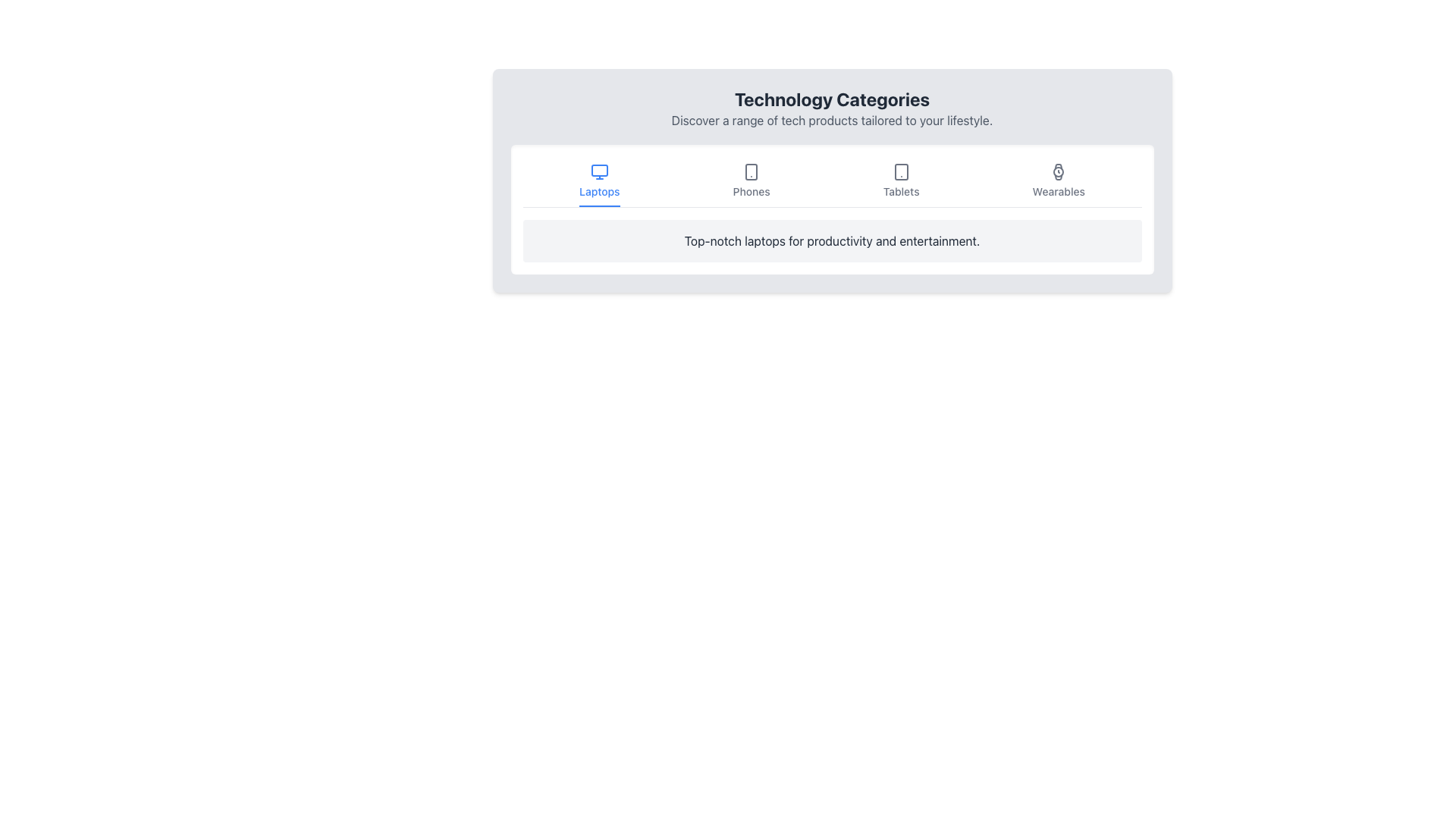 The image size is (1456, 819). I want to click on text label displaying 'Laptops', which is styled with a smaller, medium-weight font and blue color, located directly under a monitor icon in a horizontal list of categories, so click(598, 191).